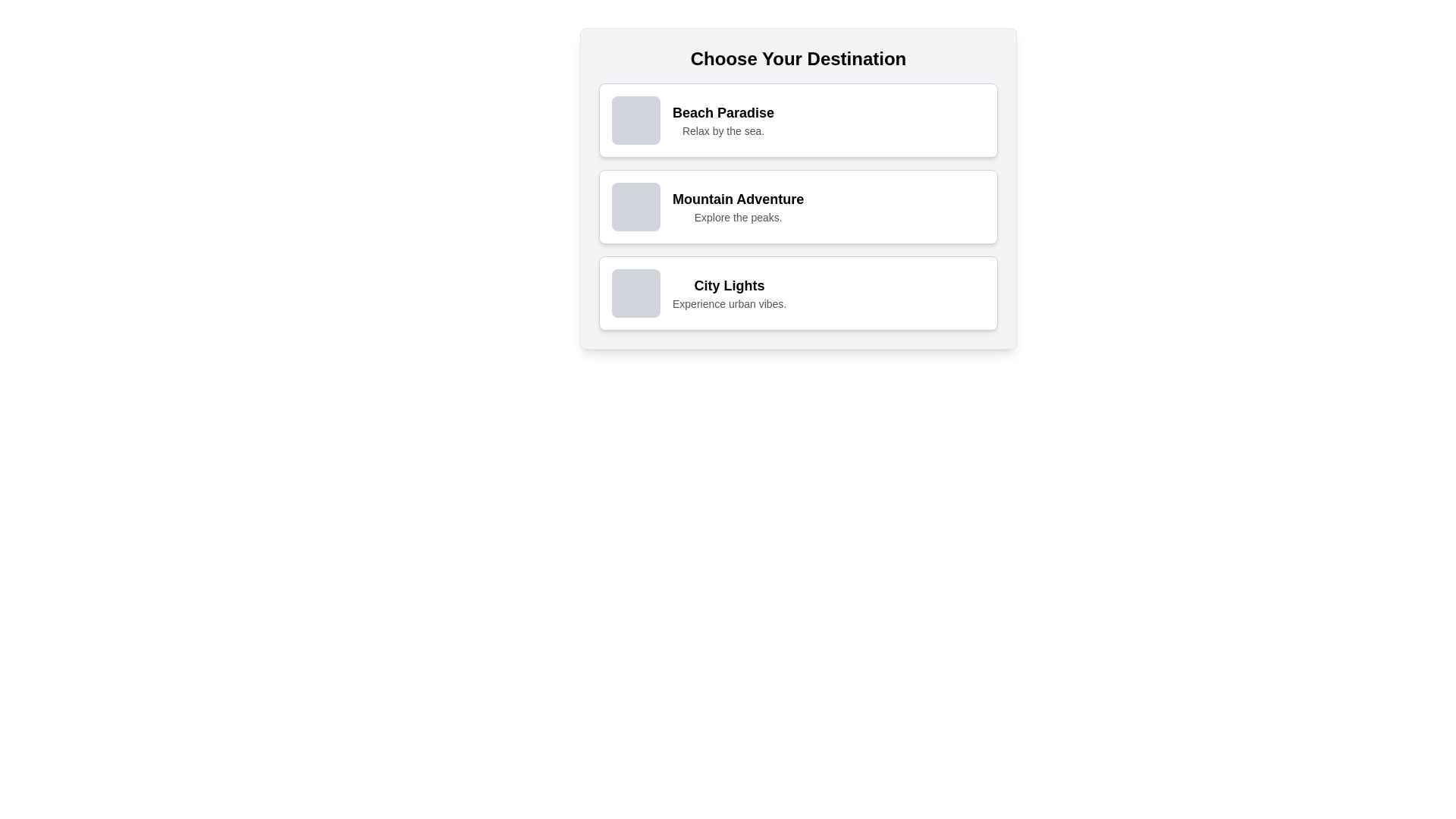 Image resolution: width=1456 pixels, height=819 pixels. I want to click on bold title text 'Mountain Adventure' which is positioned above a subordinate description in the second card option of a vertically stacked list, so click(738, 198).